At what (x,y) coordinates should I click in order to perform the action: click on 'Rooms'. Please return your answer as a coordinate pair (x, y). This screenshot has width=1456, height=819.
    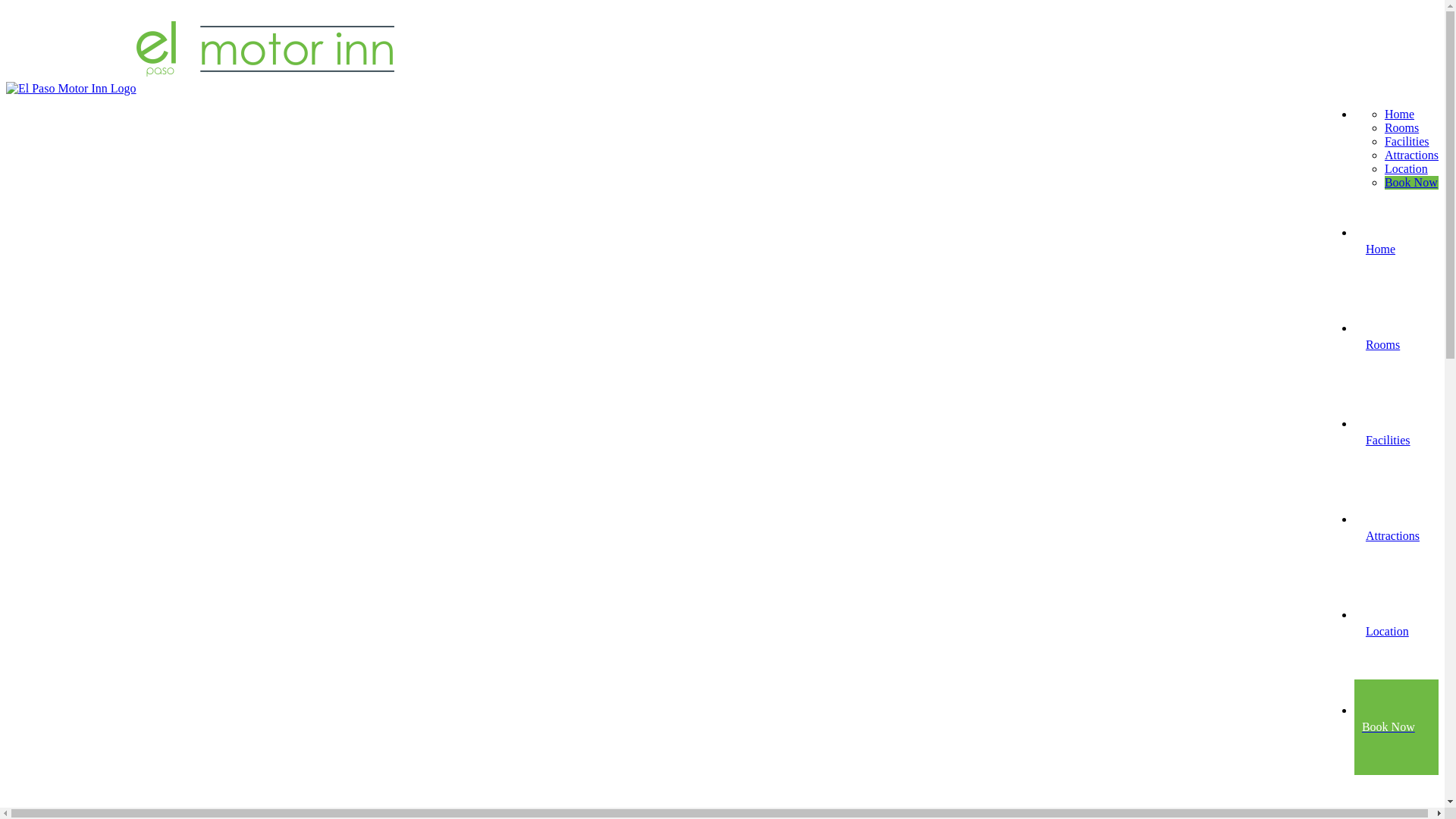
    Looking at the image, I should click on (1395, 344).